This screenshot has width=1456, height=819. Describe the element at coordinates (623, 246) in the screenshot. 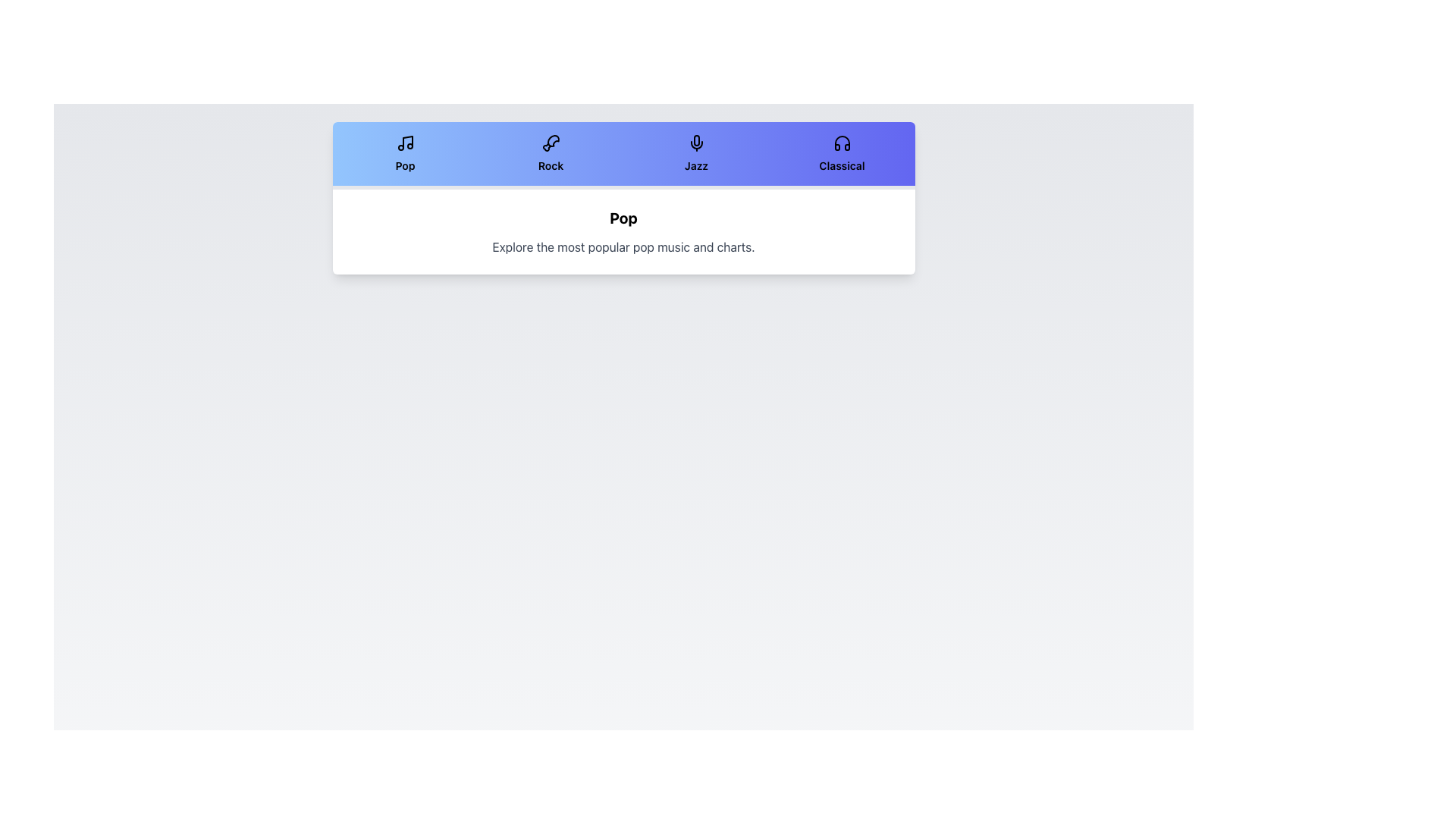

I see `text label that reads 'Explore the most popular pop music and charts.' located below the header 'Pop' in a white card` at that location.